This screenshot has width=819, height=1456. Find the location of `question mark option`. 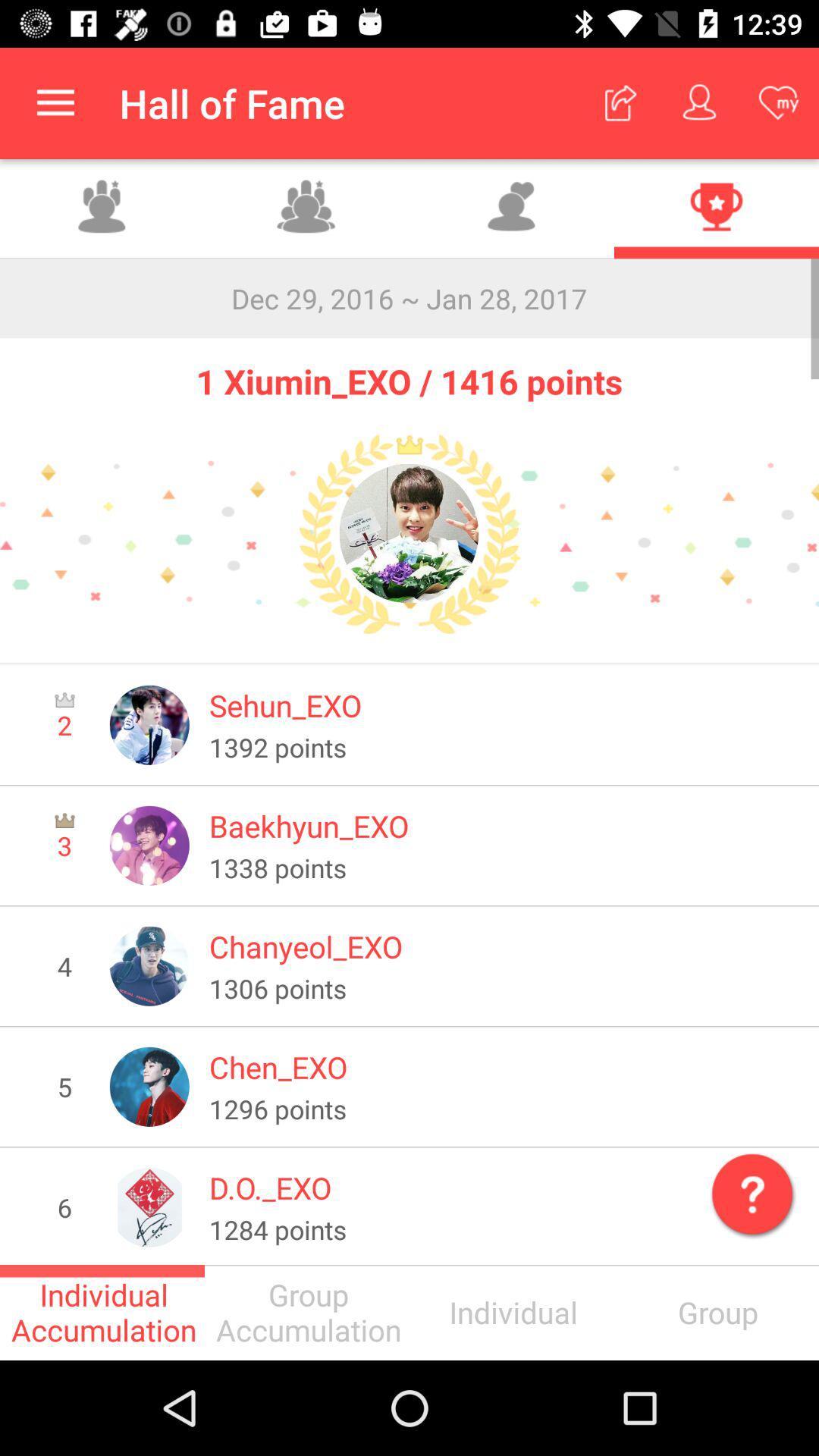

question mark option is located at coordinates (748, 1190).